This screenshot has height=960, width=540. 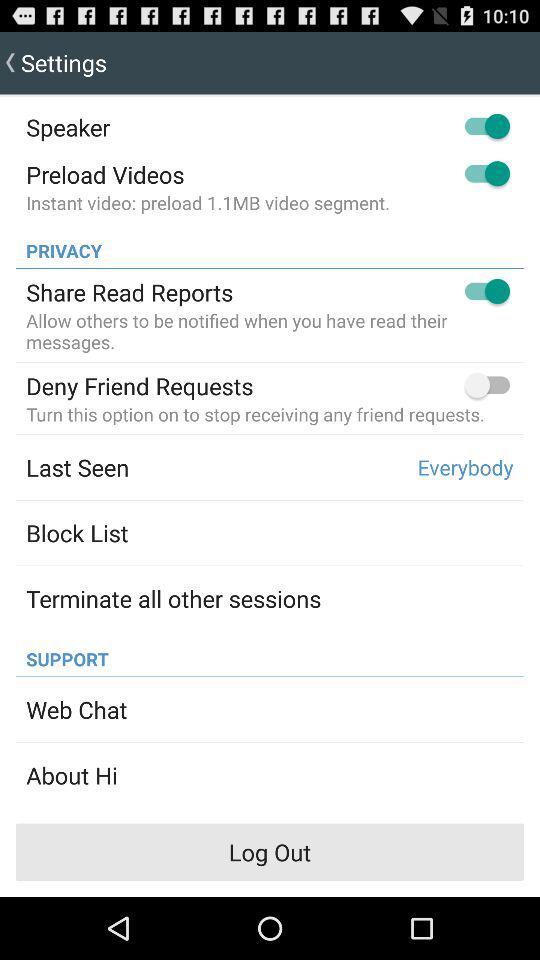 What do you see at coordinates (270, 851) in the screenshot?
I see `log out` at bounding box center [270, 851].